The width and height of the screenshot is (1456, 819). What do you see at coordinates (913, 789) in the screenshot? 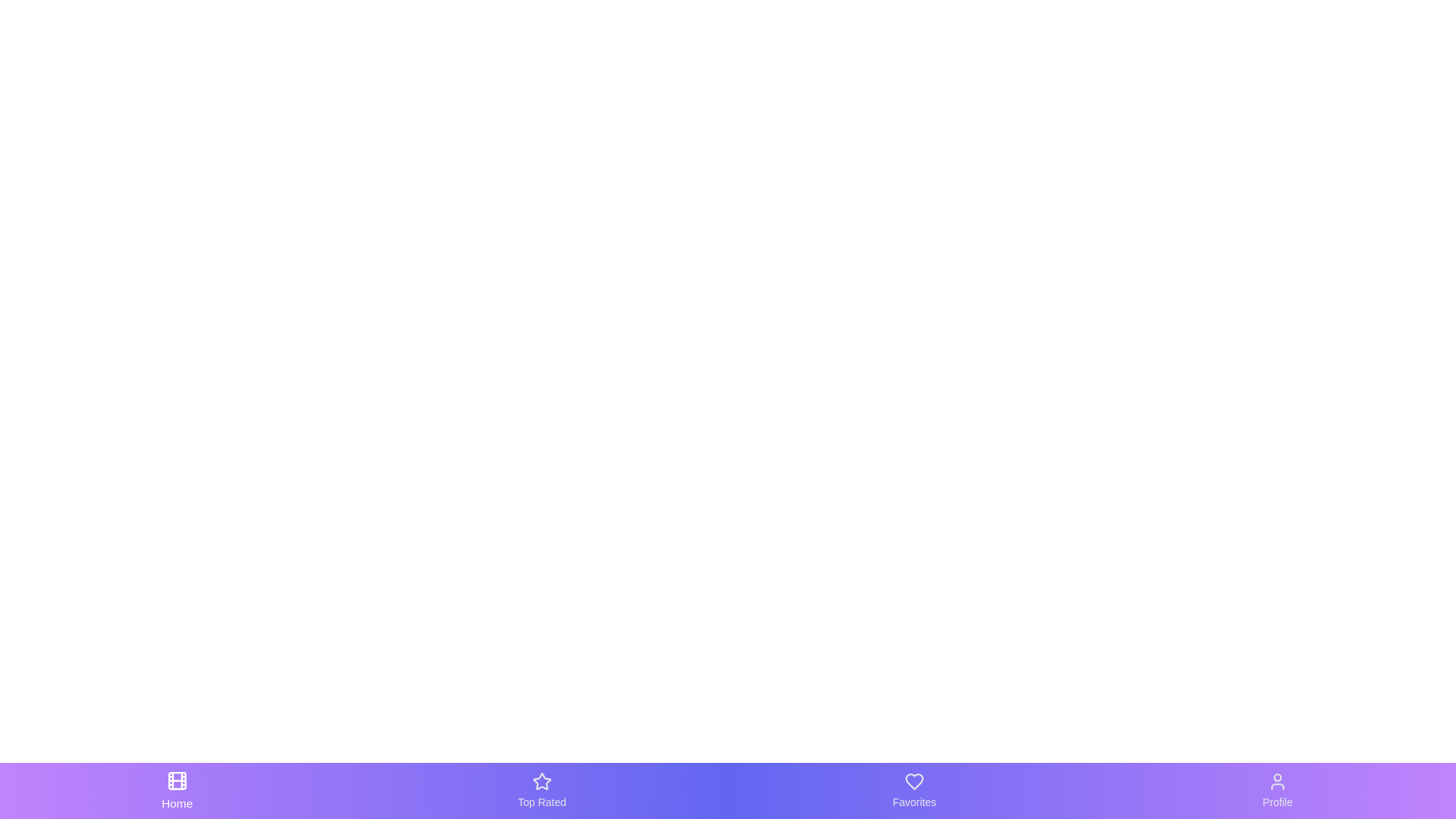
I see `the tab labeled Favorites in the bottom navigation bar` at bounding box center [913, 789].